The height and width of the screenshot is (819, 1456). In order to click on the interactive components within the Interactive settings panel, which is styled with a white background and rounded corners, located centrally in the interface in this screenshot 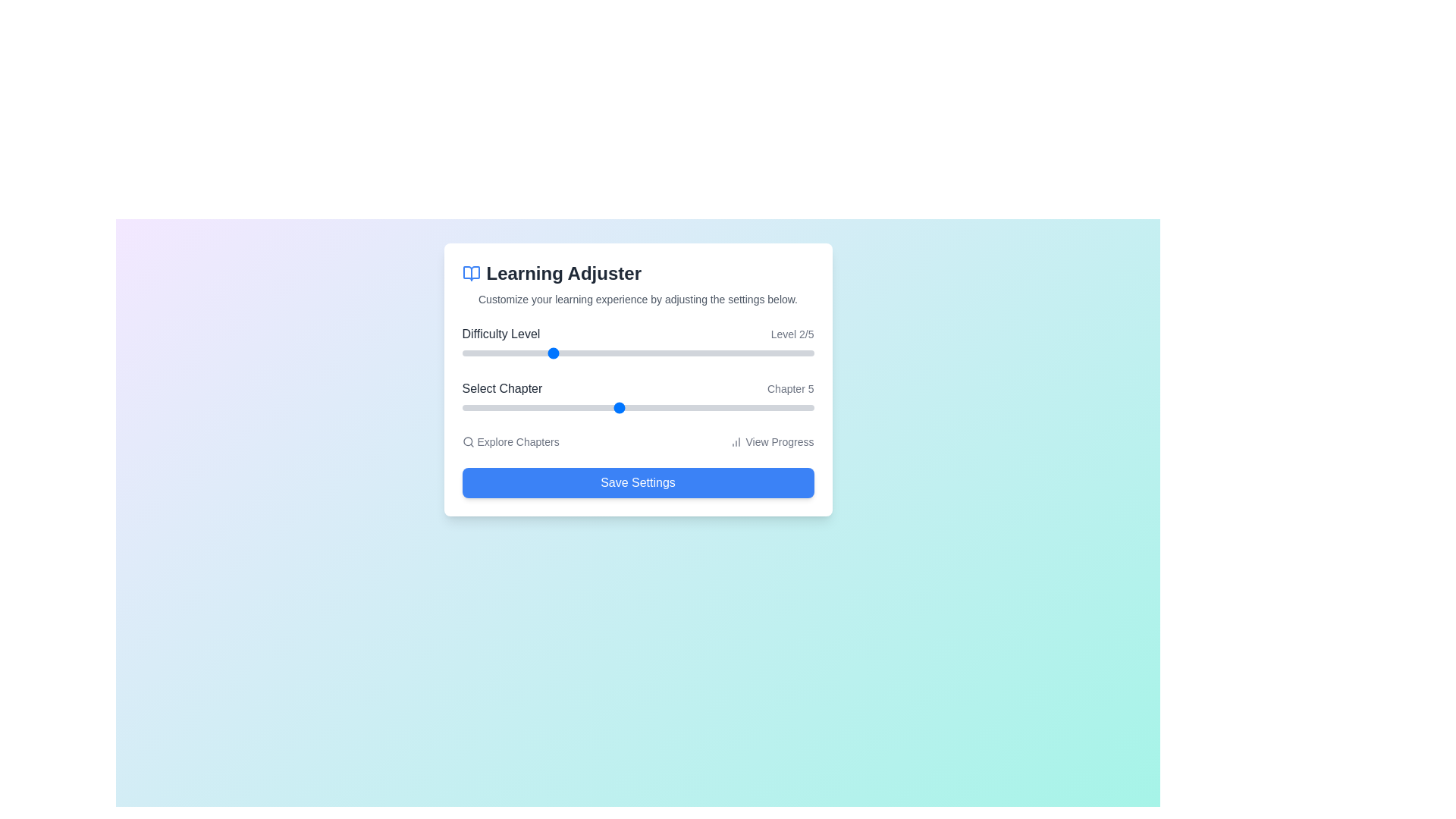, I will do `click(638, 379)`.